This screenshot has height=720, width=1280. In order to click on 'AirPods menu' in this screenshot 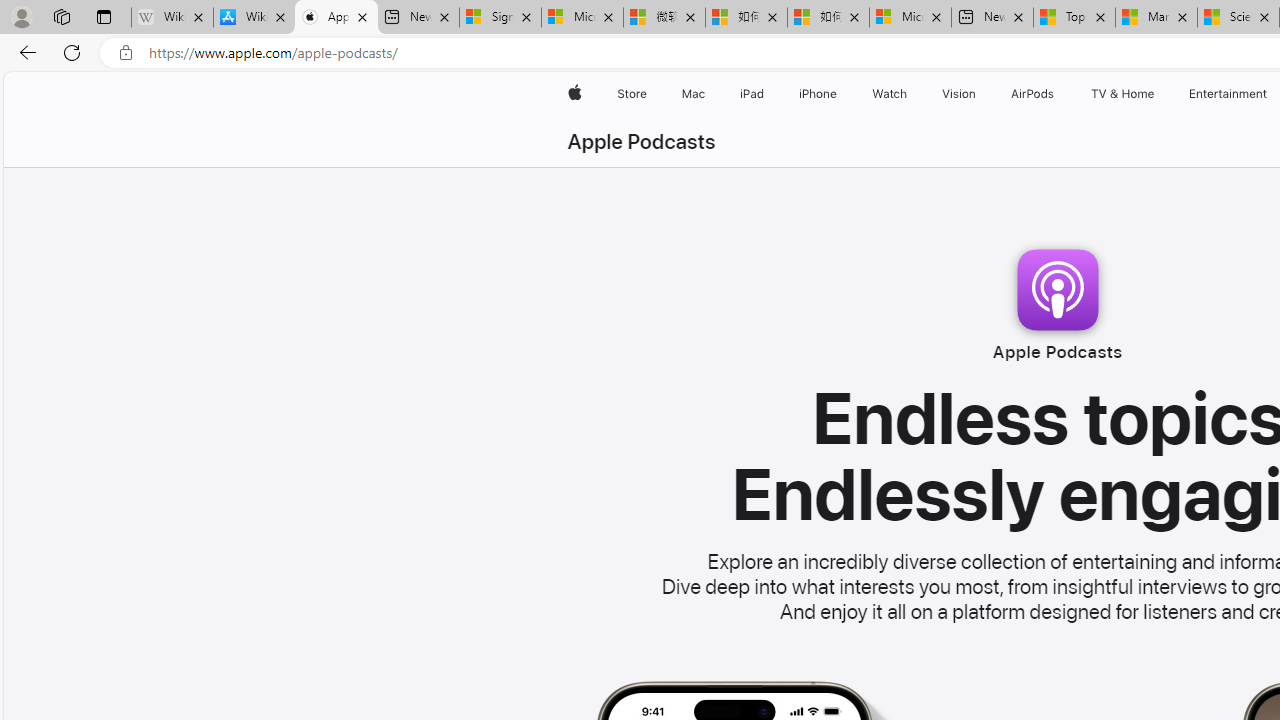, I will do `click(1057, 93)`.